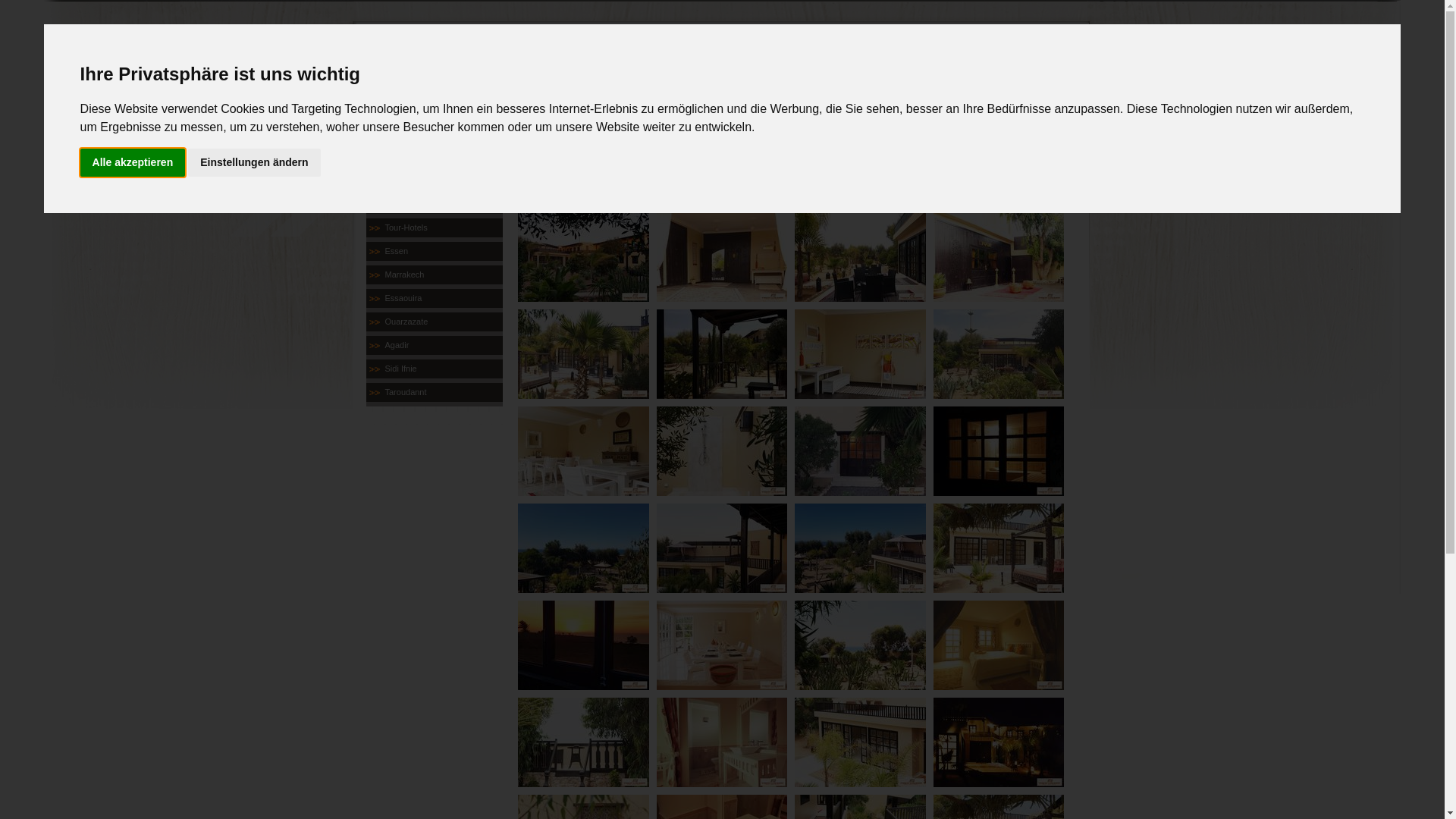 Image resolution: width=1456 pixels, height=819 pixels. What do you see at coordinates (661, 154) in the screenshot?
I see `'BUCHEN/TERMINE'` at bounding box center [661, 154].